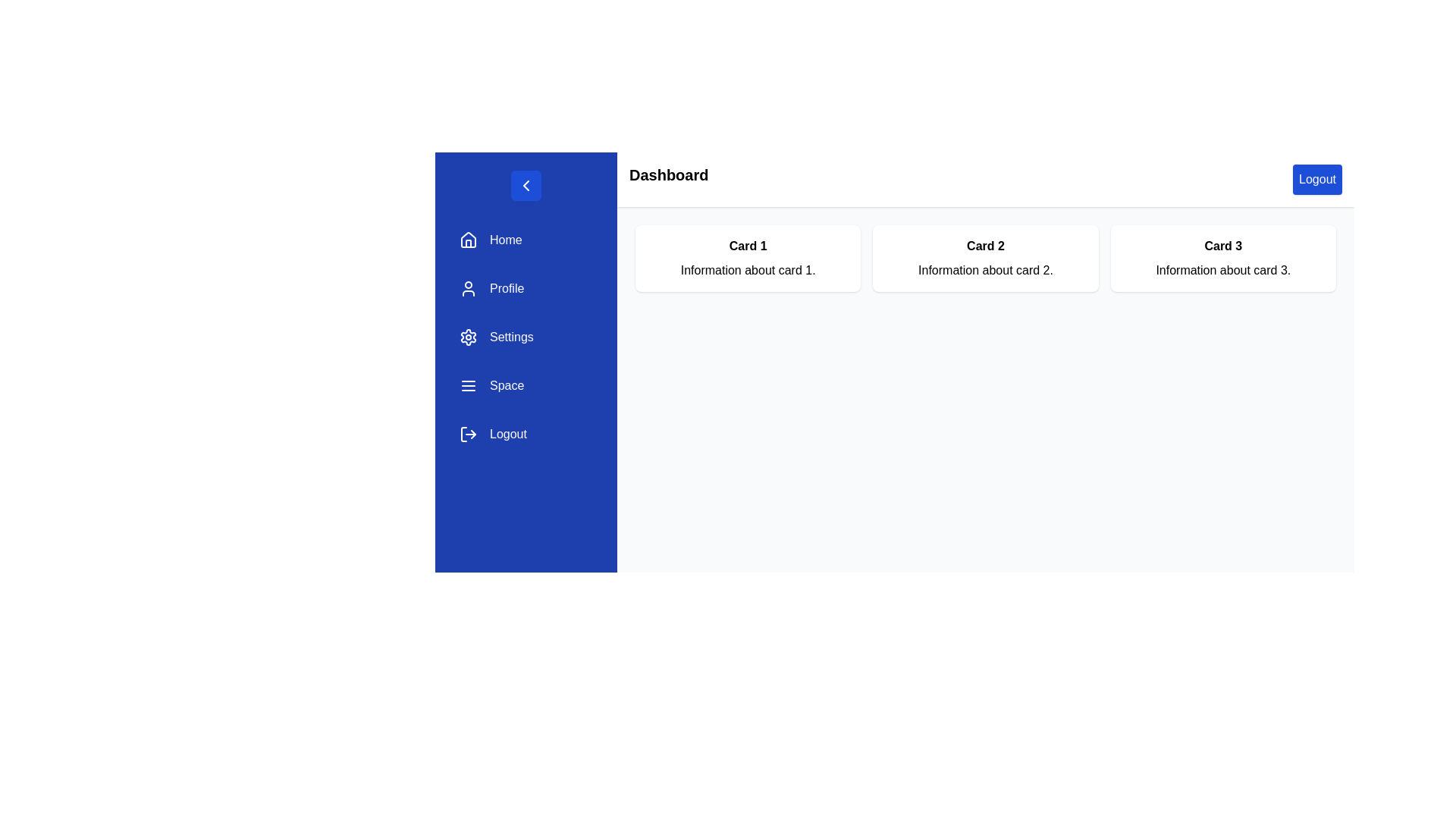  What do you see at coordinates (507, 289) in the screenshot?
I see `the Text label in the navigation menu, which is the second item below 'Home' and above 'Settings'` at bounding box center [507, 289].